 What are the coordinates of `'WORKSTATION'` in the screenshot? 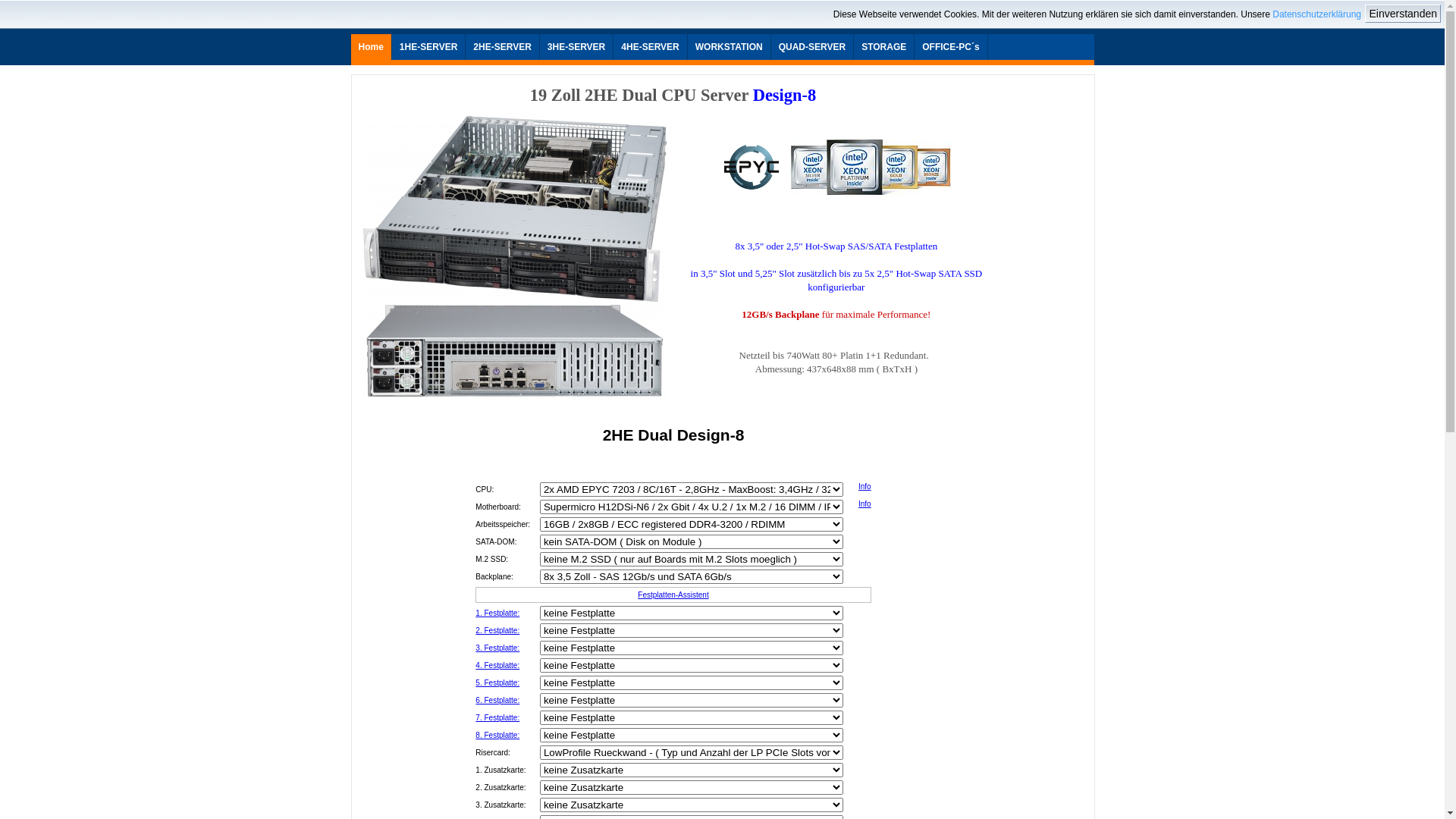 It's located at (729, 45).